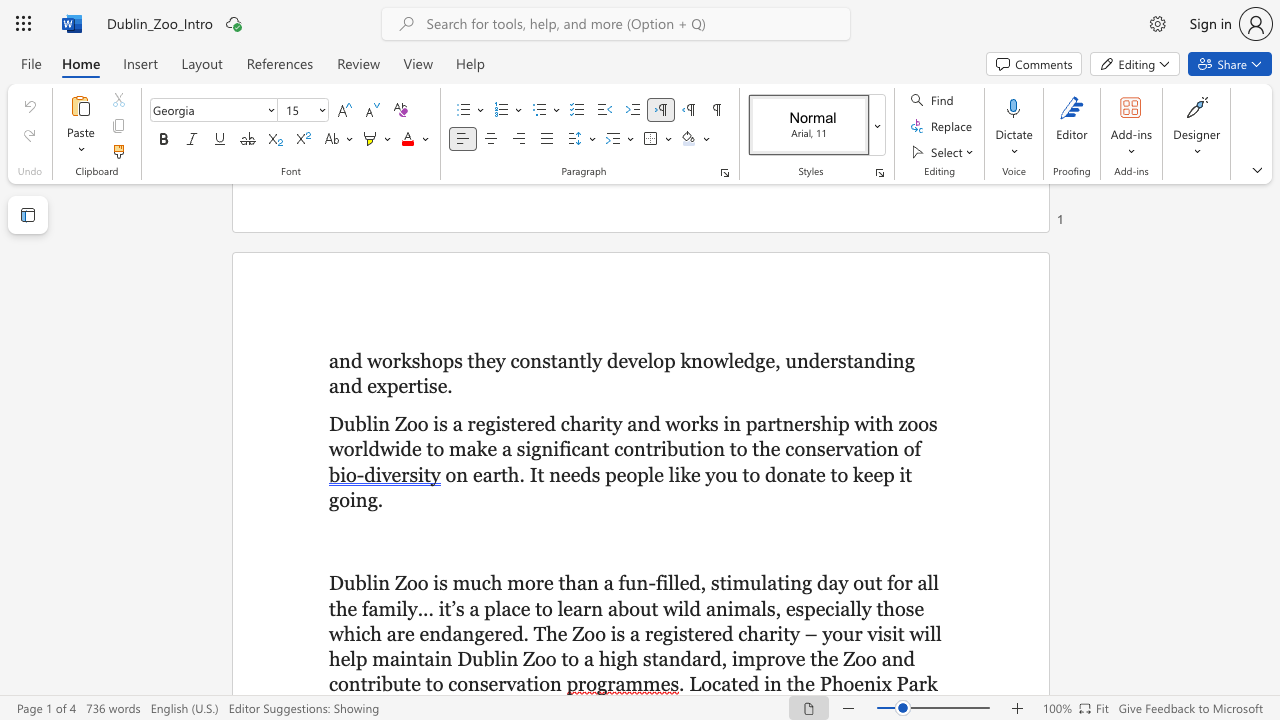  I want to click on the subset text "ard, improve th" within the text "Dublin Zoo to a high standard, improve the Zoo and contribute to conservation", so click(691, 659).